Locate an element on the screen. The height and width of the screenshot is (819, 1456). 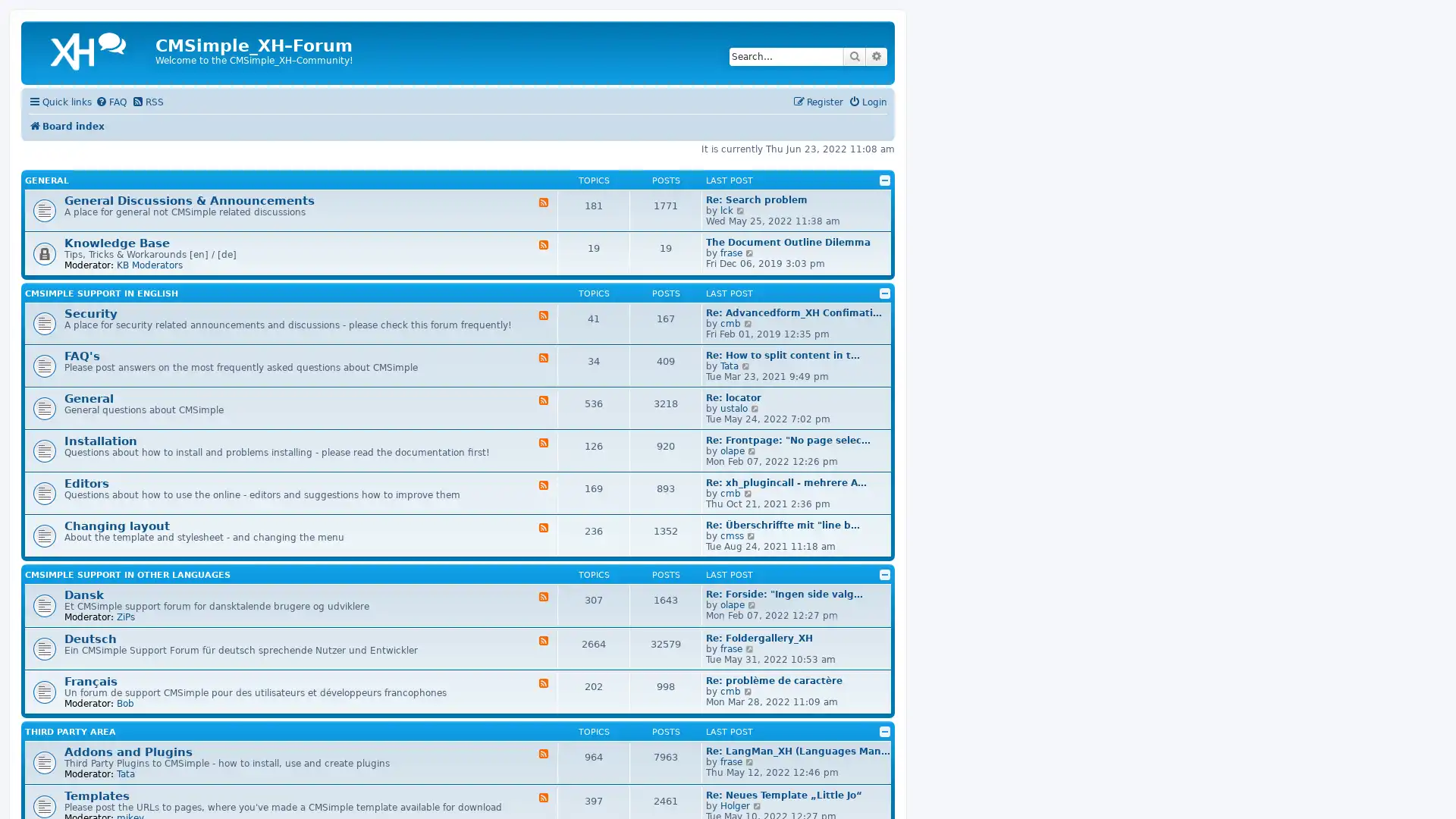
Search is located at coordinates (855, 55).